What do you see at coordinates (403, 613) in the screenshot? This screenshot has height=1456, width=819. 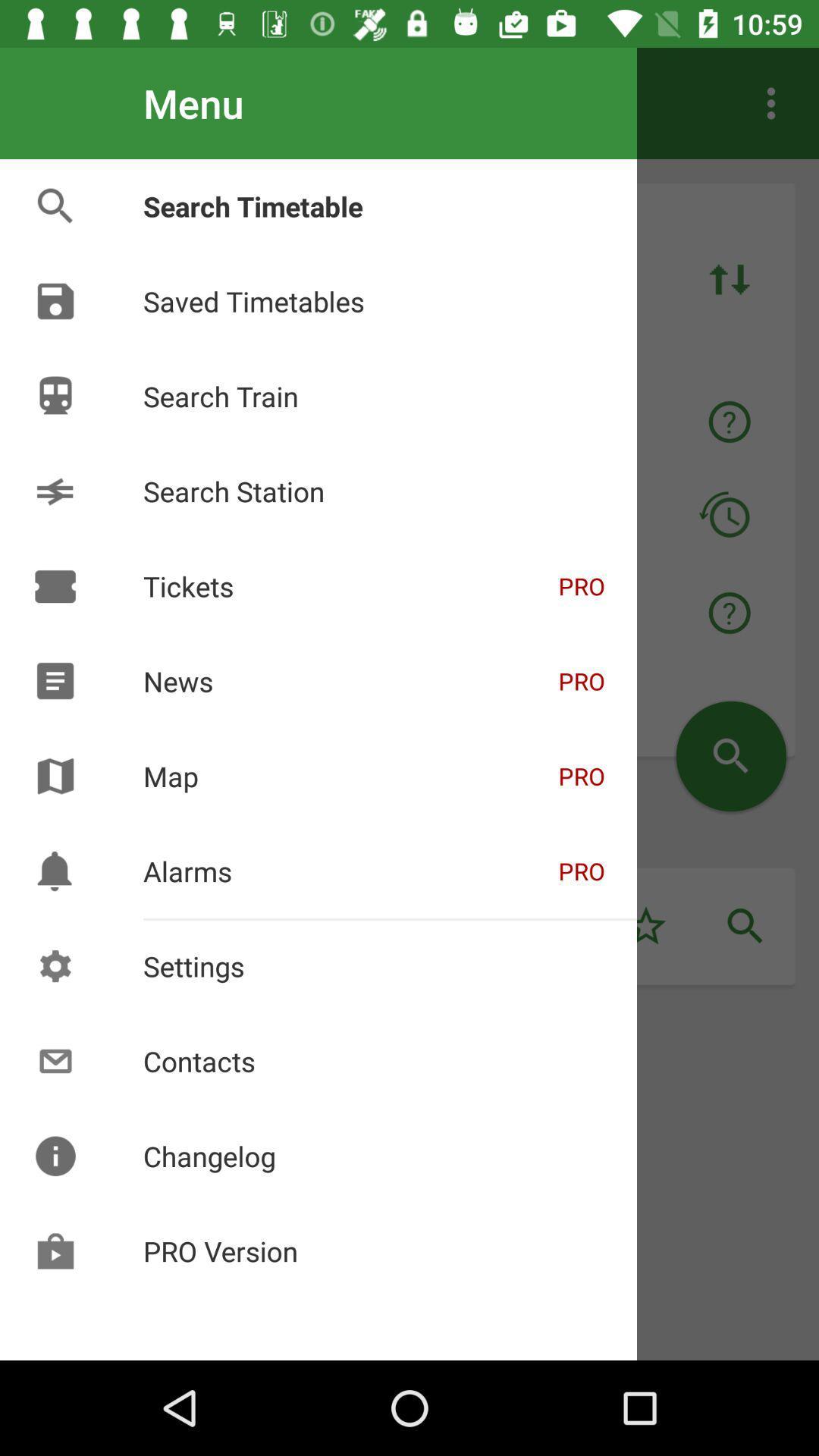 I see `option below search station` at bounding box center [403, 613].